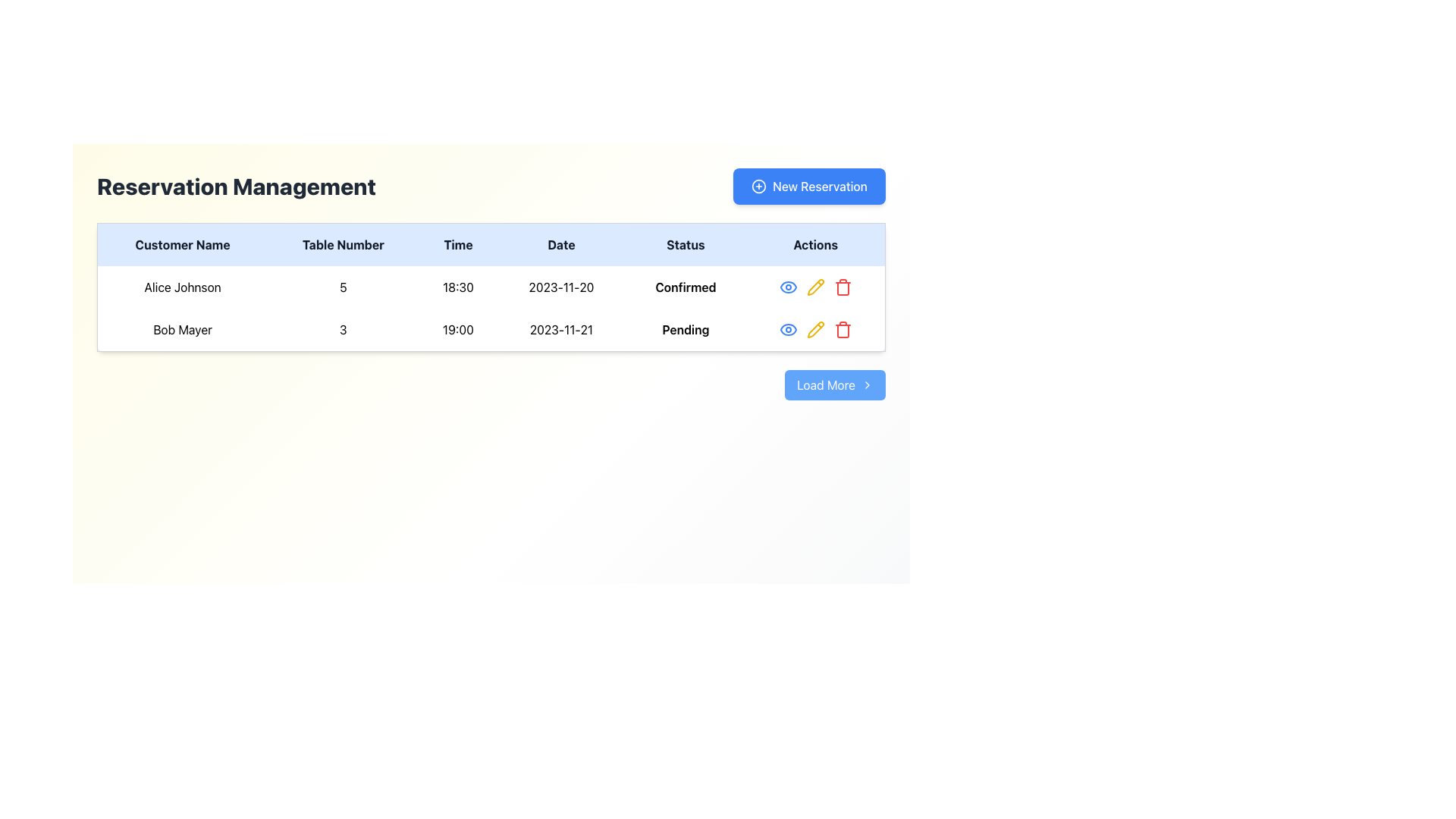 The image size is (1456, 819). What do you see at coordinates (236, 186) in the screenshot?
I see `the bold, large text label reading 'Reservation Management' located in the upper-left corner of the interface` at bounding box center [236, 186].